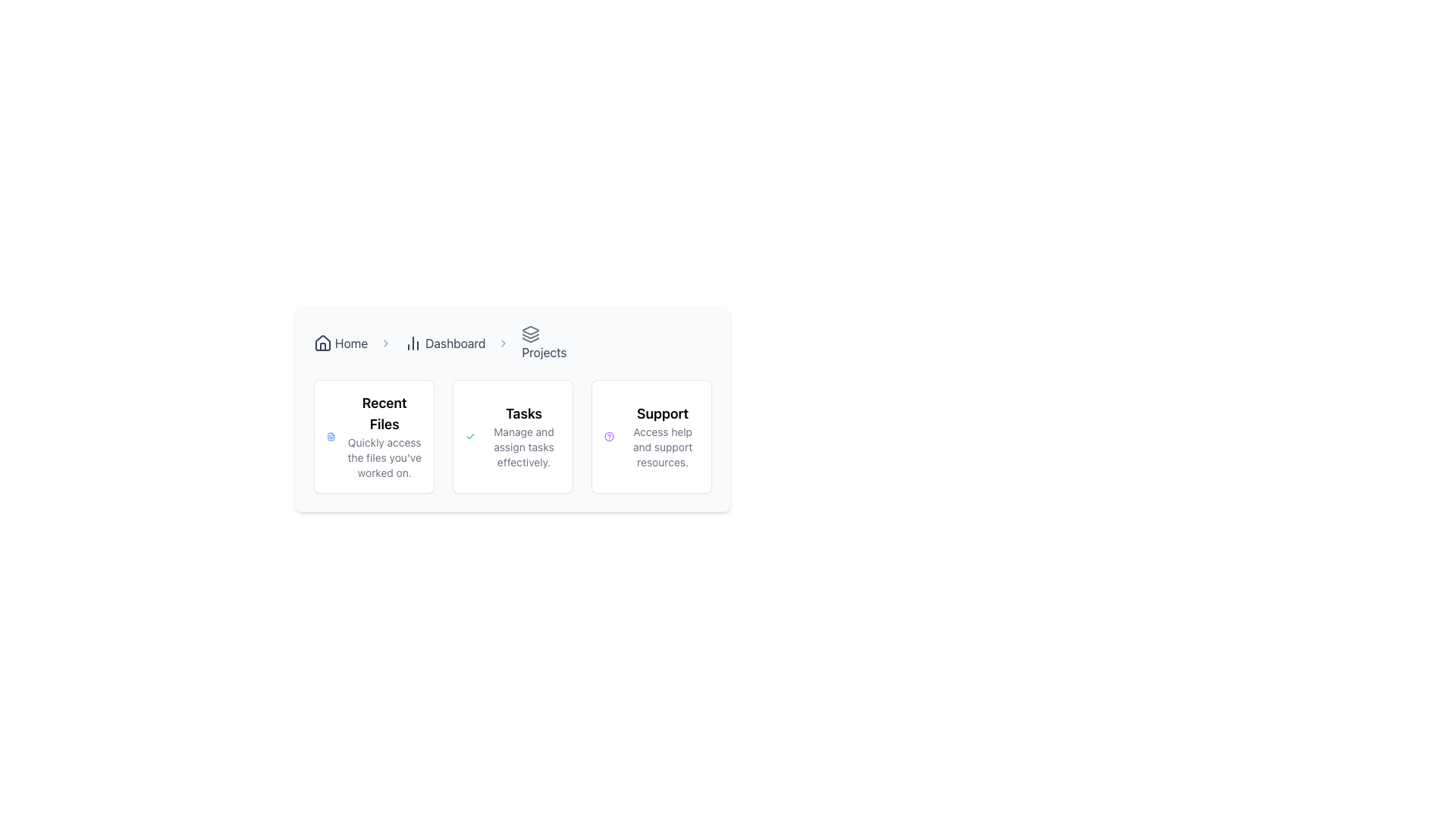 Image resolution: width=1456 pixels, height=819 pixels. What do you see at coordinates (544, 343) in the screenshot?
I see `the 'Projects' breadcrumb navigation link, which is the third item in the breadcrumb bar` at bounding box center [544, 343].